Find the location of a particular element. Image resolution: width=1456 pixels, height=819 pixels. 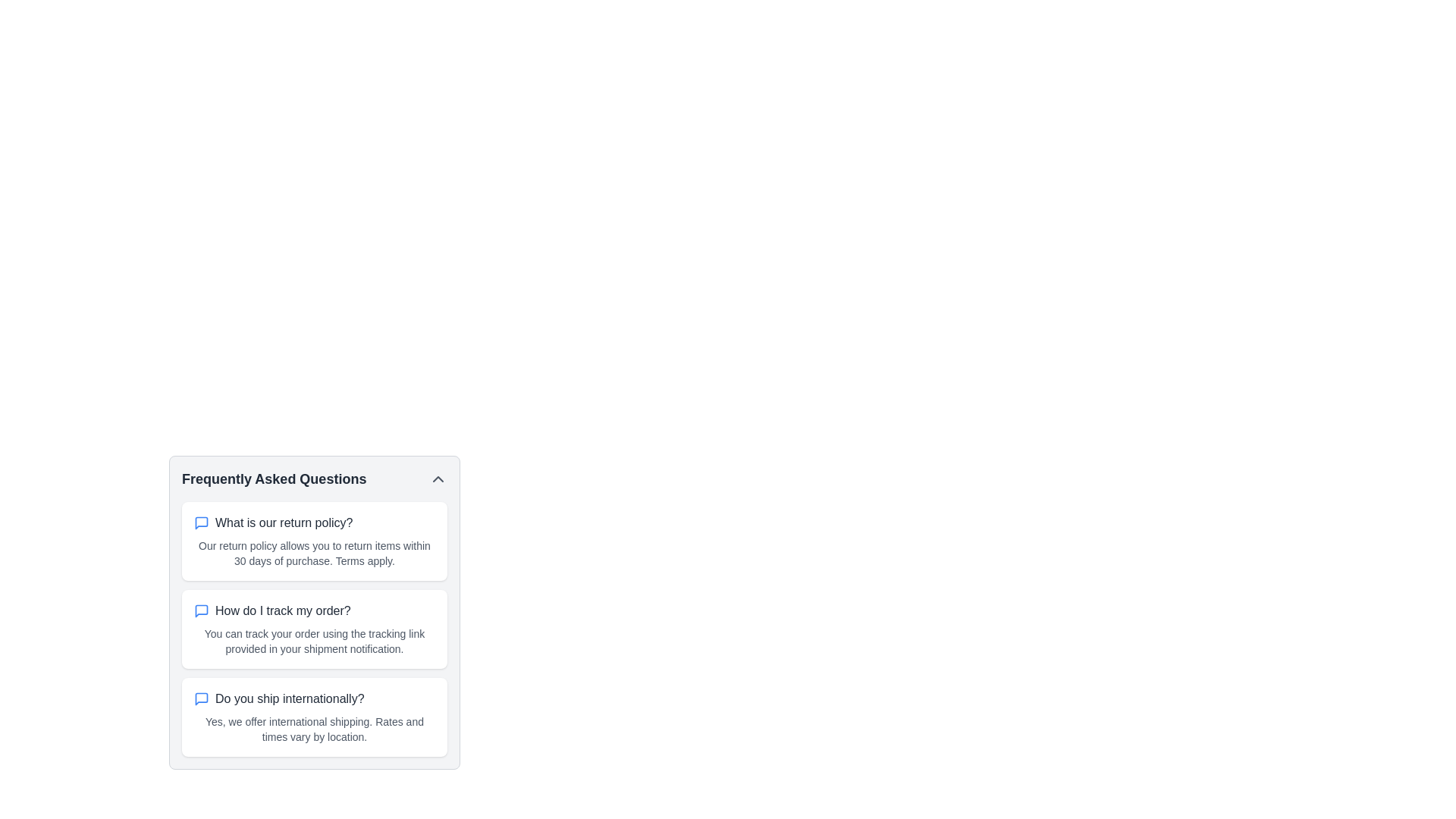

the small blue speech bubble icon located to the left of the text 'Do you ship internationally?' in the 'Frequently Asked Questions' section is located at coordinates (200, 698).